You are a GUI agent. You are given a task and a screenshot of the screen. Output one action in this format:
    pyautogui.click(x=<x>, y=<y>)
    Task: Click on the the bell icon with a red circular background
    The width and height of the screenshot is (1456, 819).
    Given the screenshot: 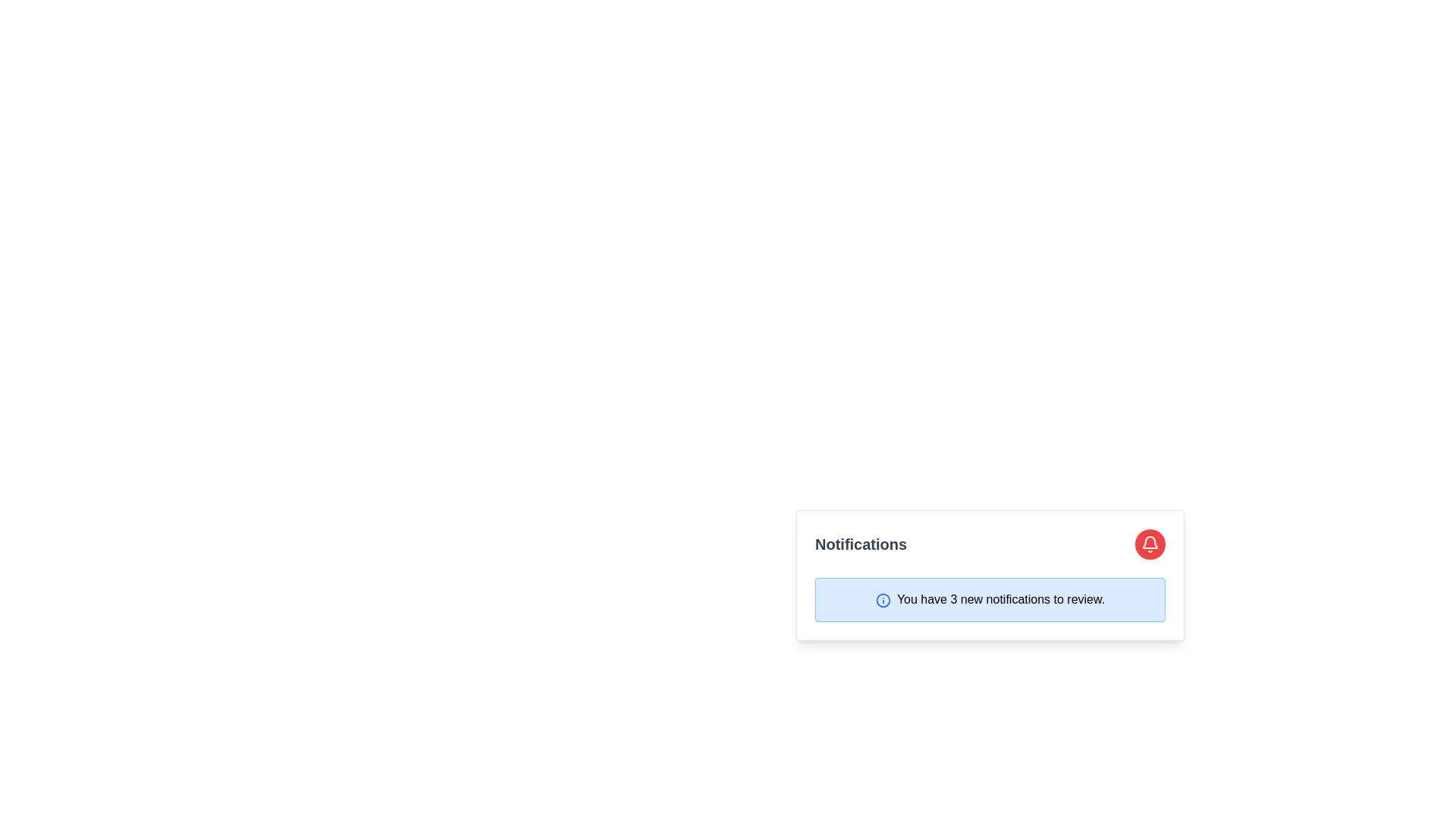 What is the action you would take?
    pyautogui.click(x=1150, y=543)
    